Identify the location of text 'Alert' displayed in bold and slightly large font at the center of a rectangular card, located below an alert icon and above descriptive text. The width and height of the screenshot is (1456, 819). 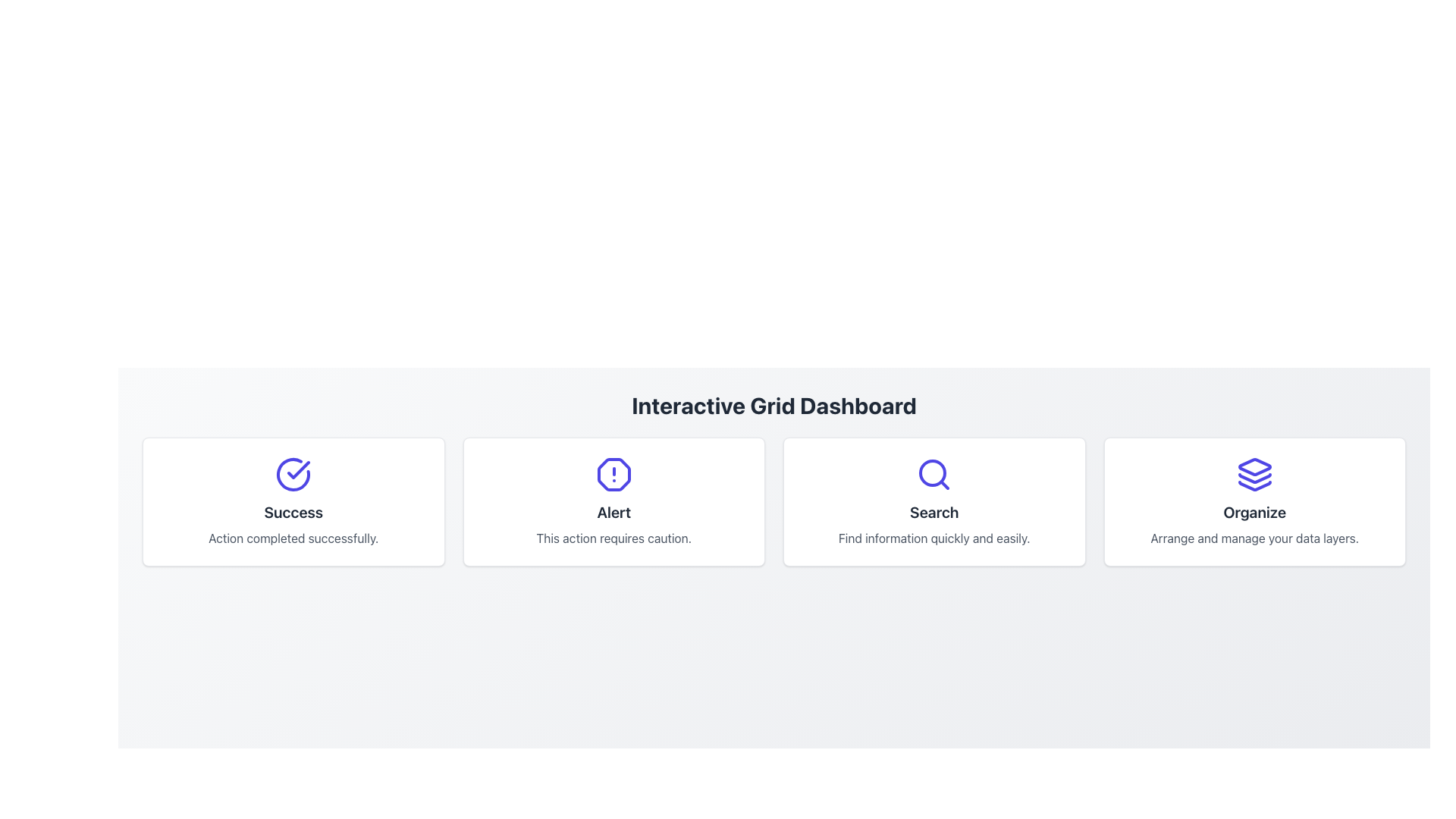
(613, 512).